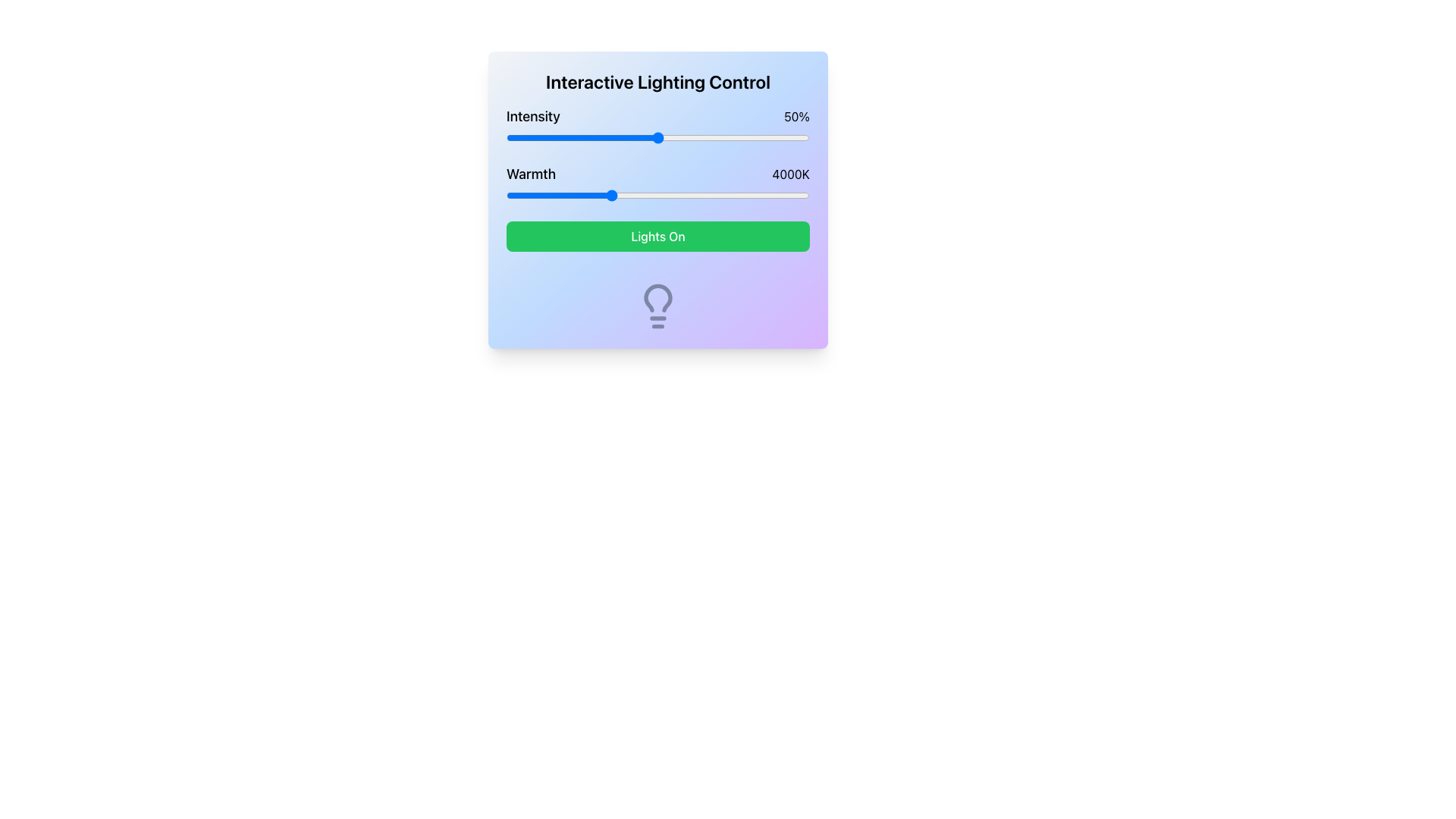 Image resolution: width=1456 pixels, height=819 pixels. Describe the element at coordinates (790, 174) in the screenshot. I see `numerical value displayed in the label that indicates the current color temperature setting in kelvins, positioned to the right of the 'Warmth' label` at that location.